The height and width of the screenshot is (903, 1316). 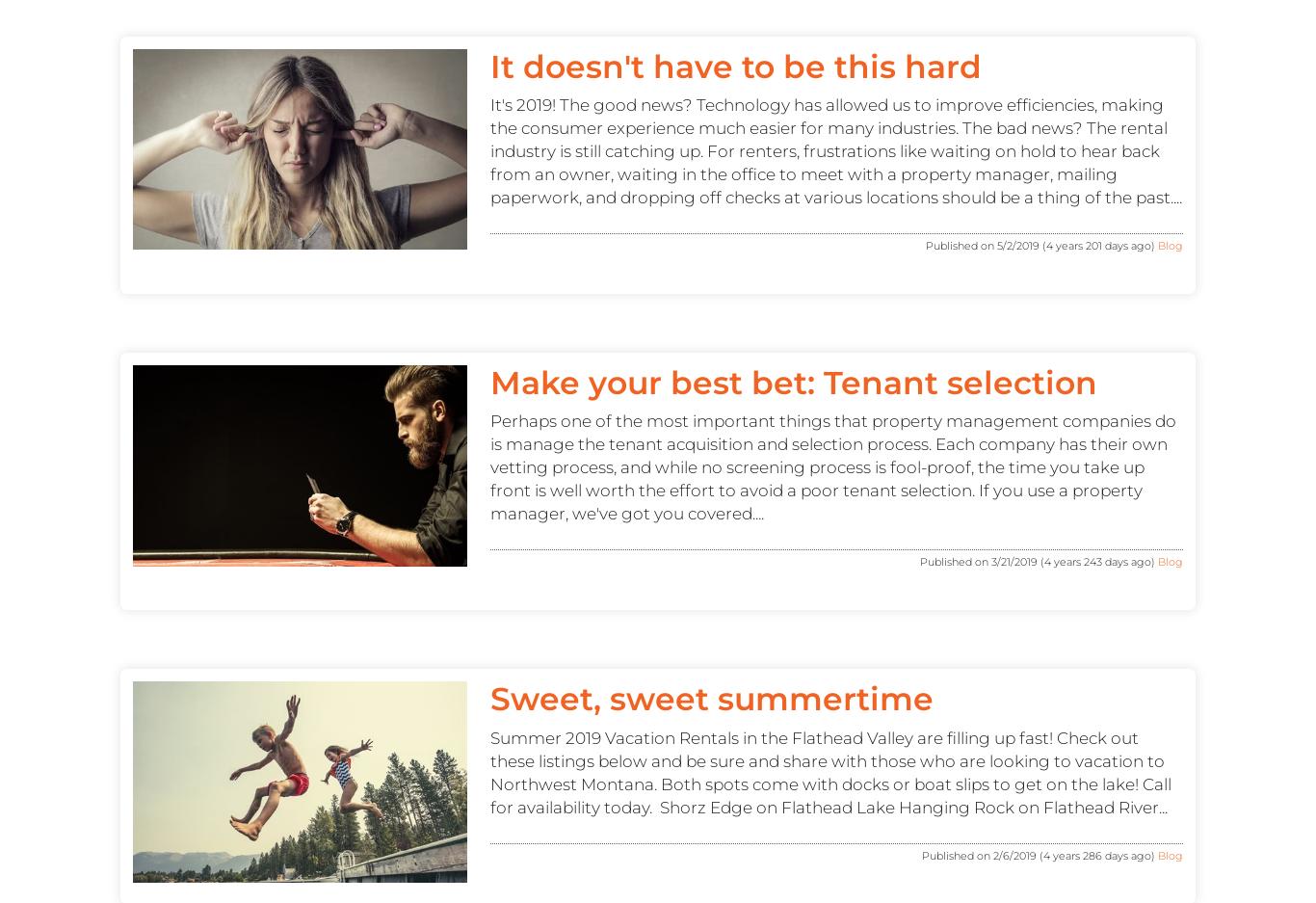 I want to click on 'by Website Express |', so click(x=735, y=364).